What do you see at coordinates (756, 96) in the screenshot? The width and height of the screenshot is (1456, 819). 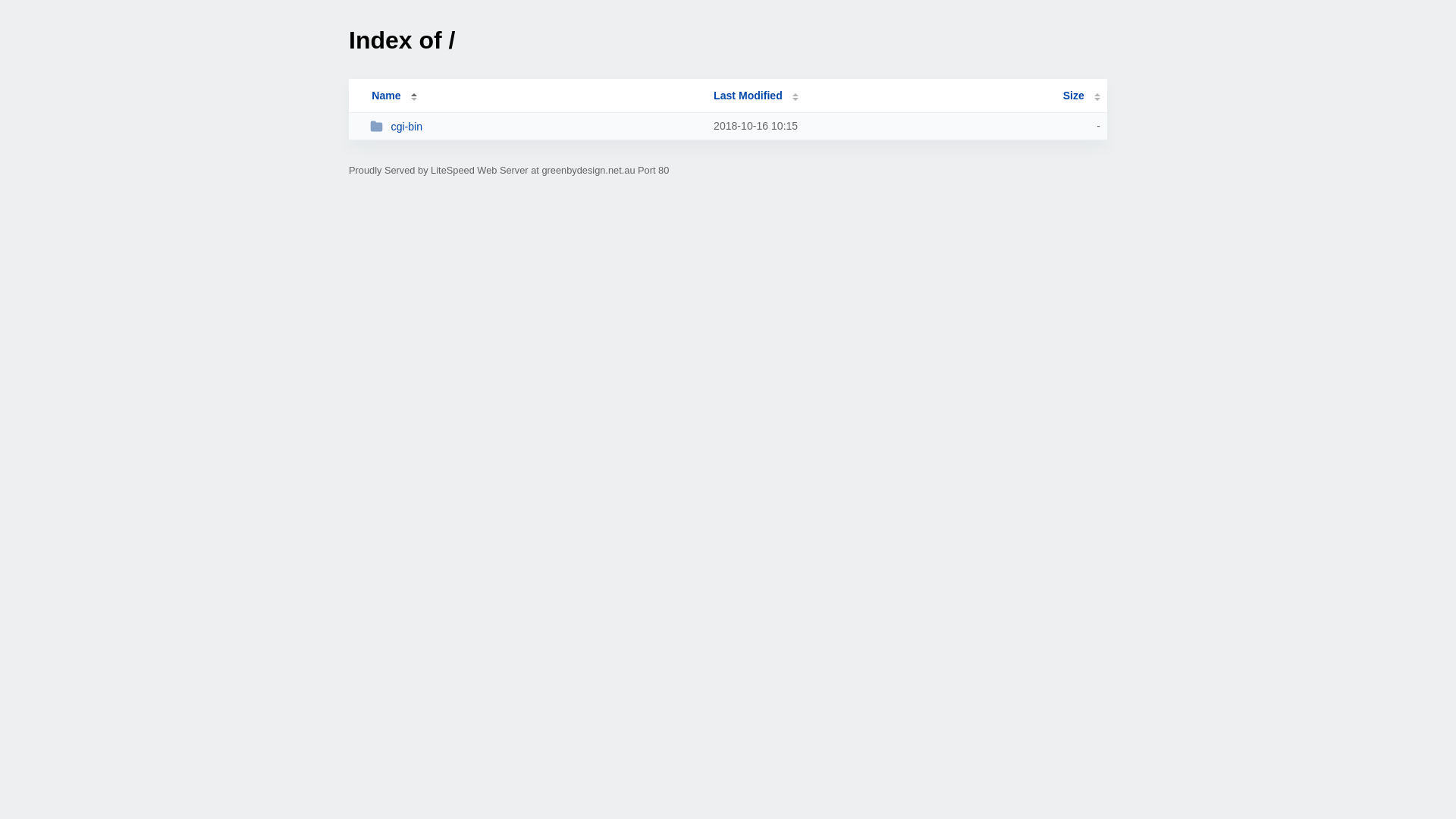 I see `'Last Modified'` at bounding box center [756, 96].